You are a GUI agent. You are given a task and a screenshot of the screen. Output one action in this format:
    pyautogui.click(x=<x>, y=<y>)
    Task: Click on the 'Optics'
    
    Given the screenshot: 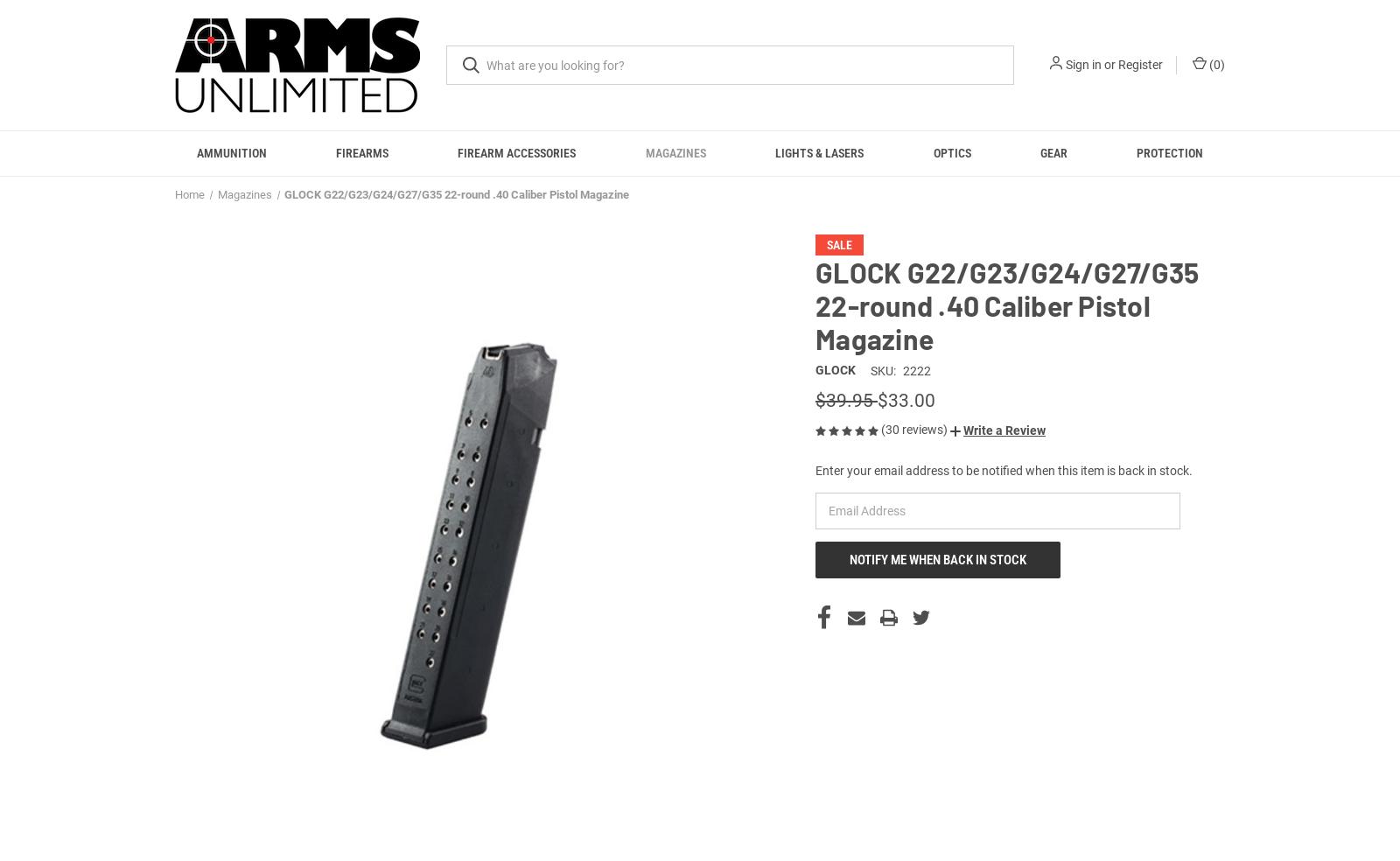 What is the action you would take?
    pyautogui.click(x=951, y=152)
    